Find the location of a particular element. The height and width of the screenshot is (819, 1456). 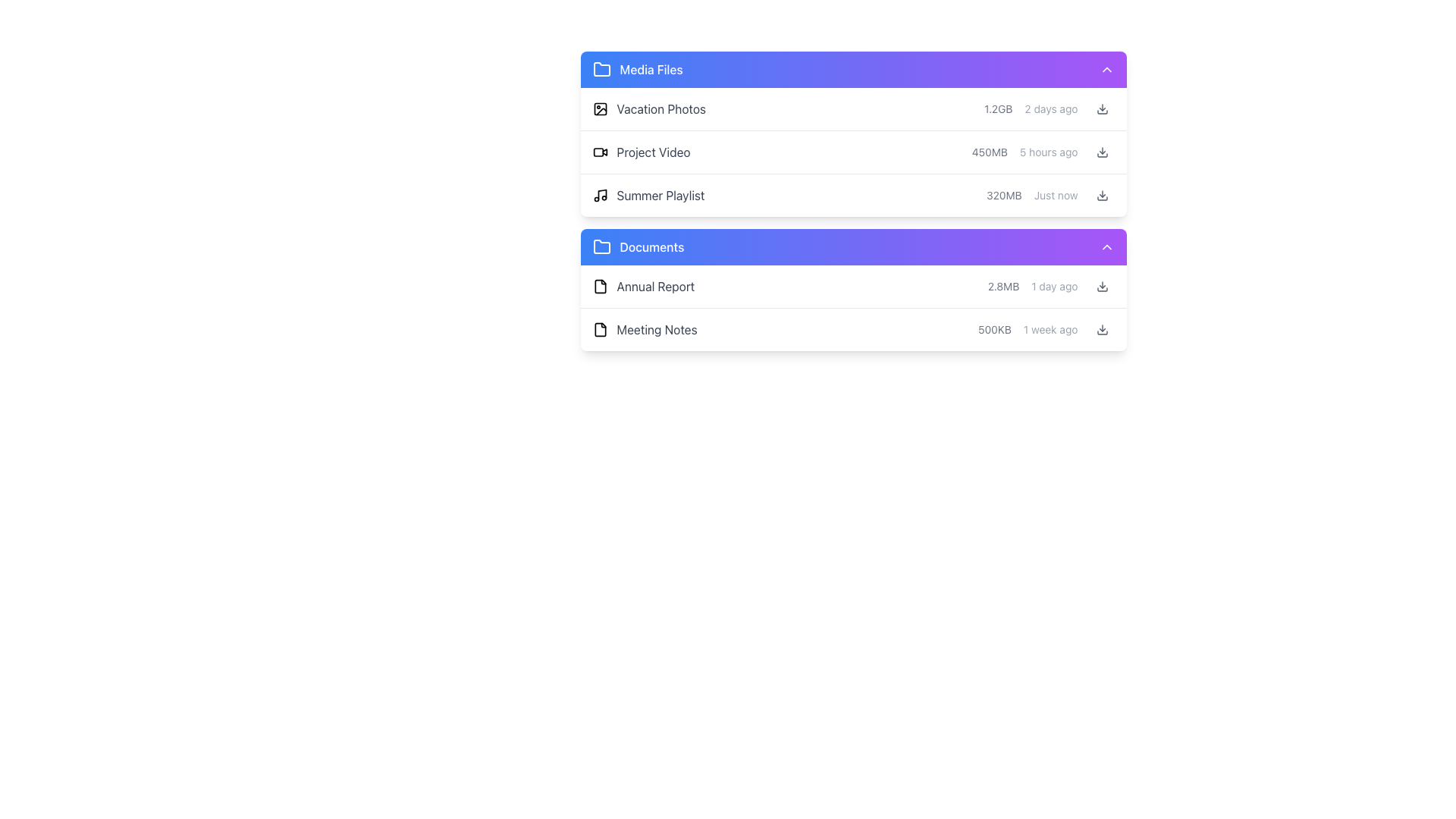

the 'Media Files' static text element, which serves as a label for the section containing media files, located to the right of an SVG folder icon is located at coordinates (651, 70).